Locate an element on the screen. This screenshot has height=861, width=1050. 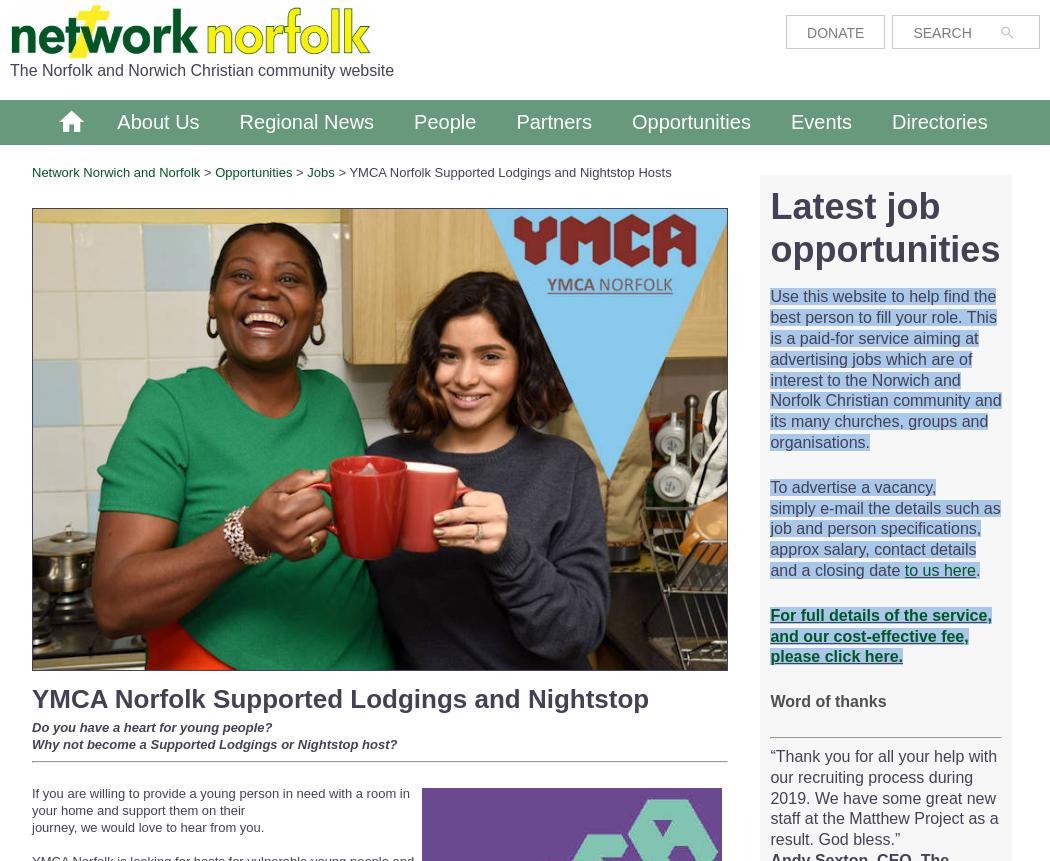
'Events' is located at coordinates (819, 121).